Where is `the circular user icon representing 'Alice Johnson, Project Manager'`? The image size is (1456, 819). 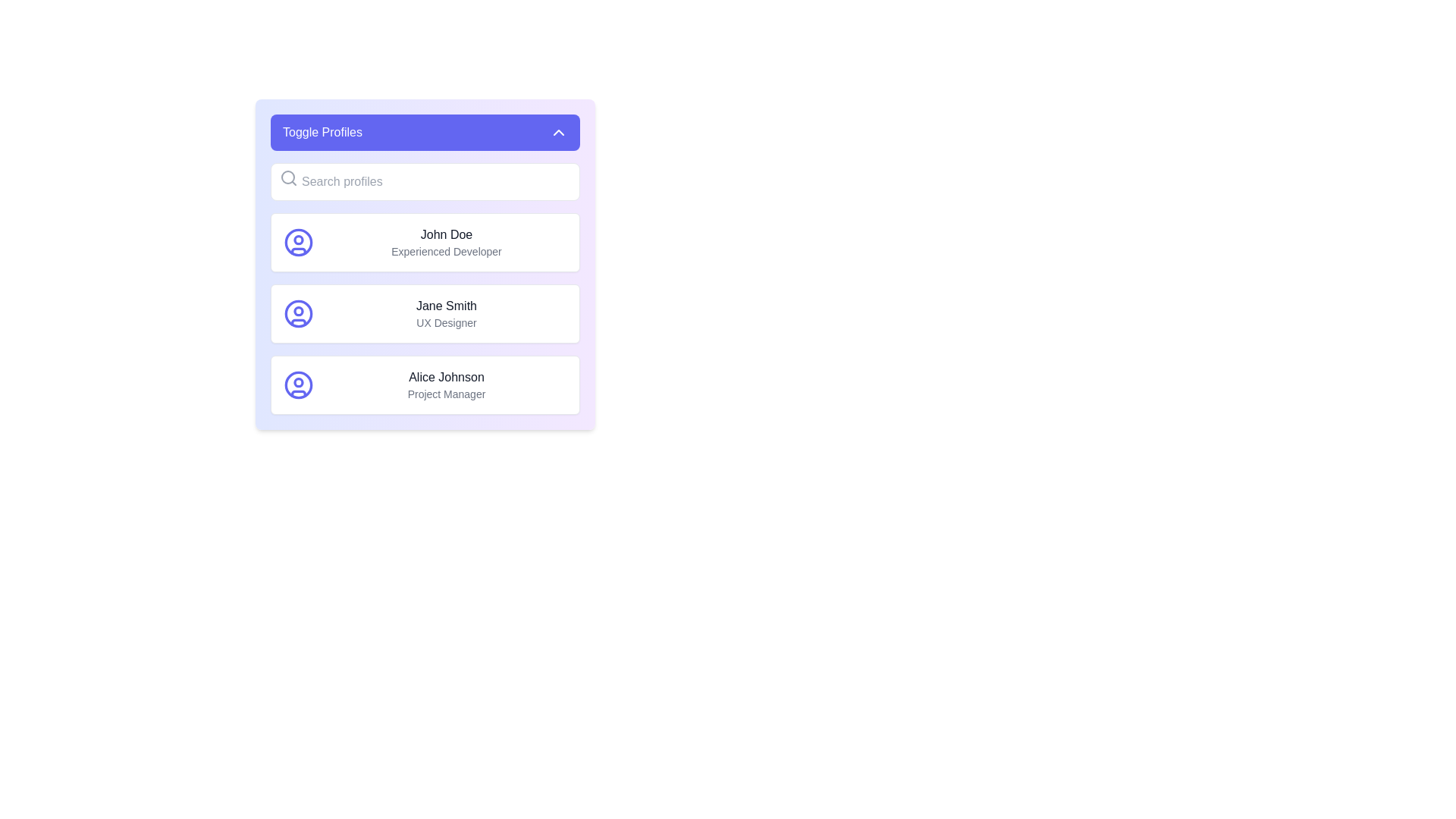 the circular user icon representing 'Alice Johnson, Project Manager' is located at coordinates (298, 384).